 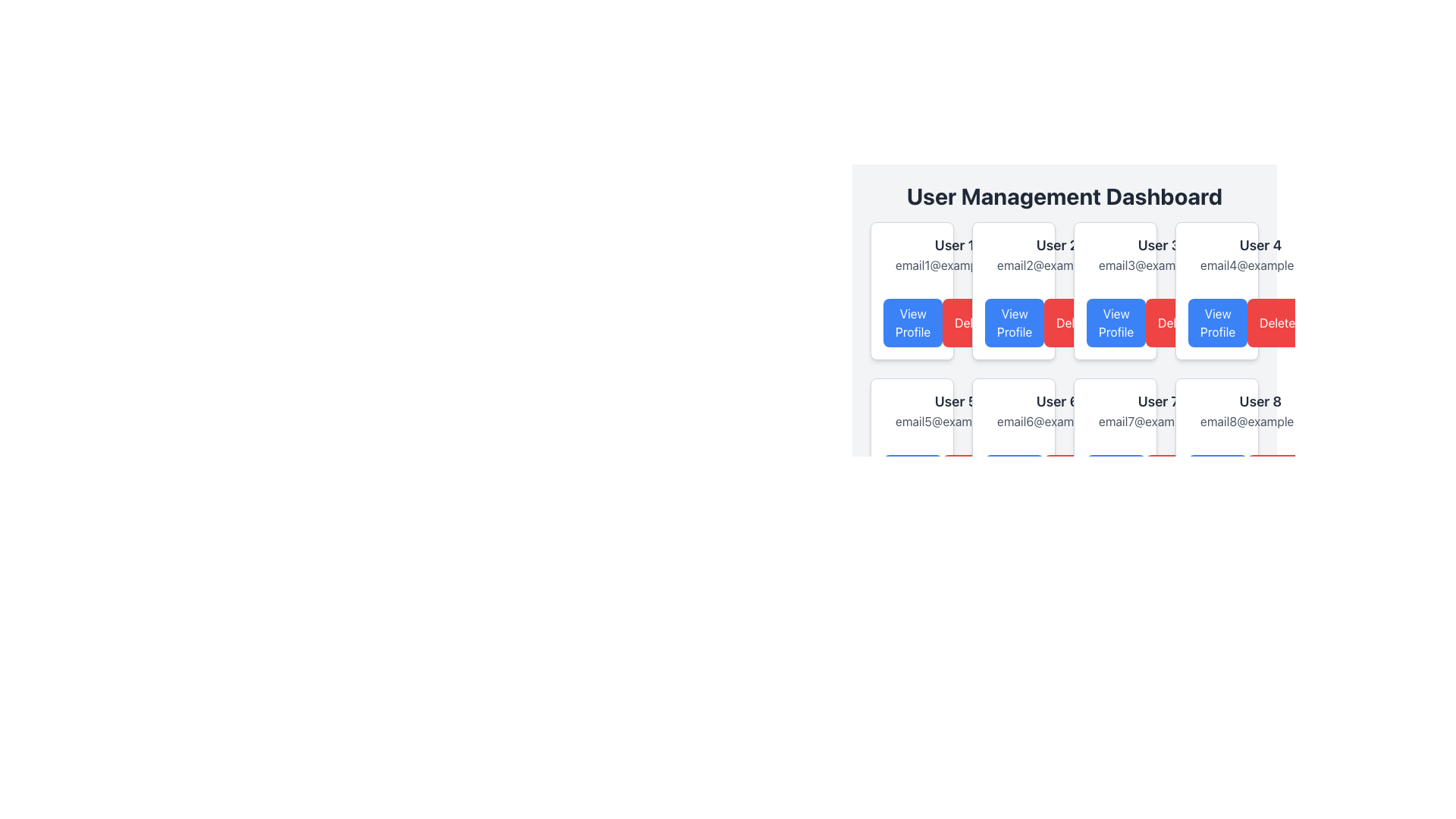 I want to click on the text label or heading located, so click(x=1260, y=400).